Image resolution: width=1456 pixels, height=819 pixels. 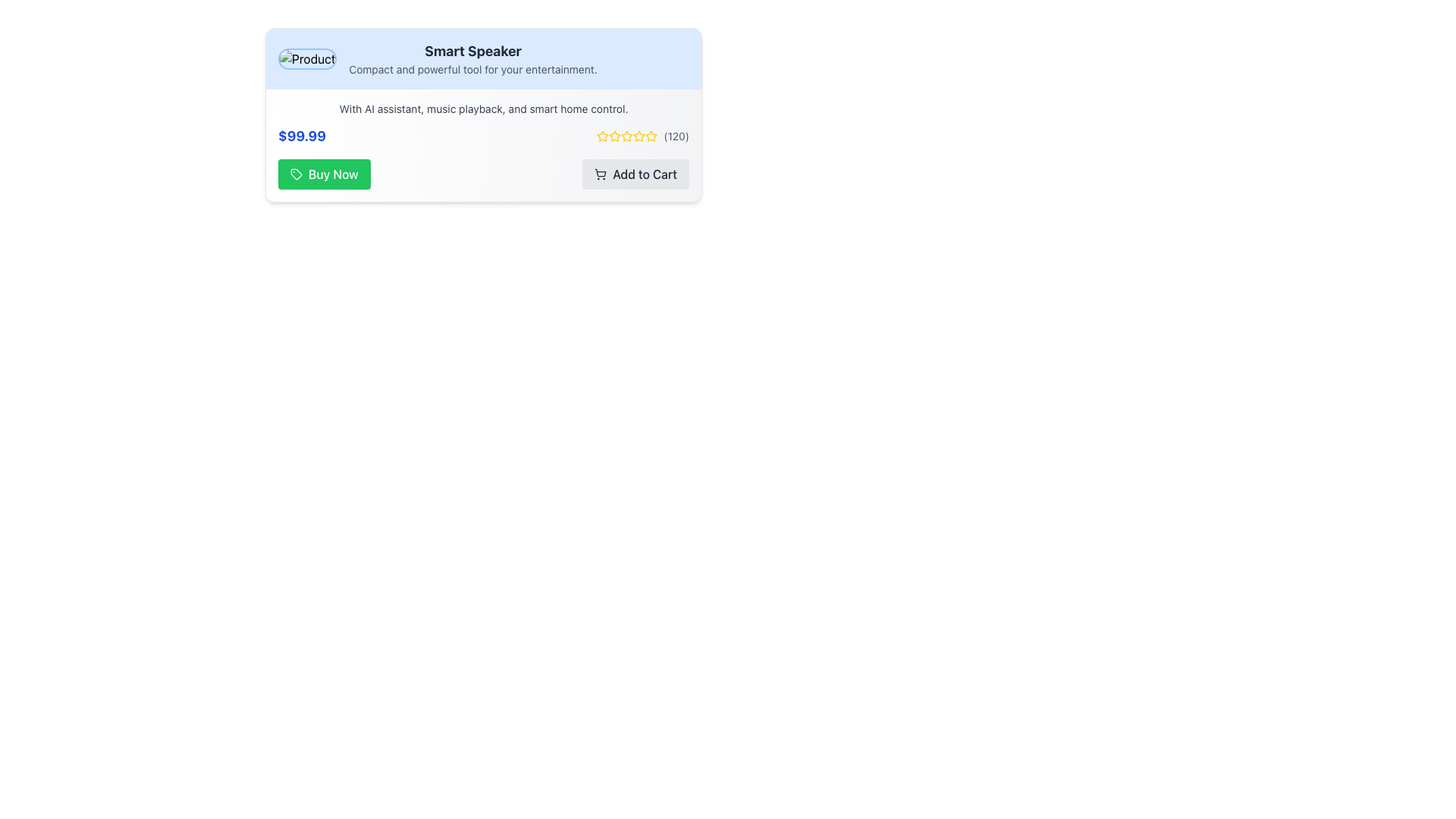 I want to click on the first yellow star icon indicating a rating, so click(x=602, y=136).